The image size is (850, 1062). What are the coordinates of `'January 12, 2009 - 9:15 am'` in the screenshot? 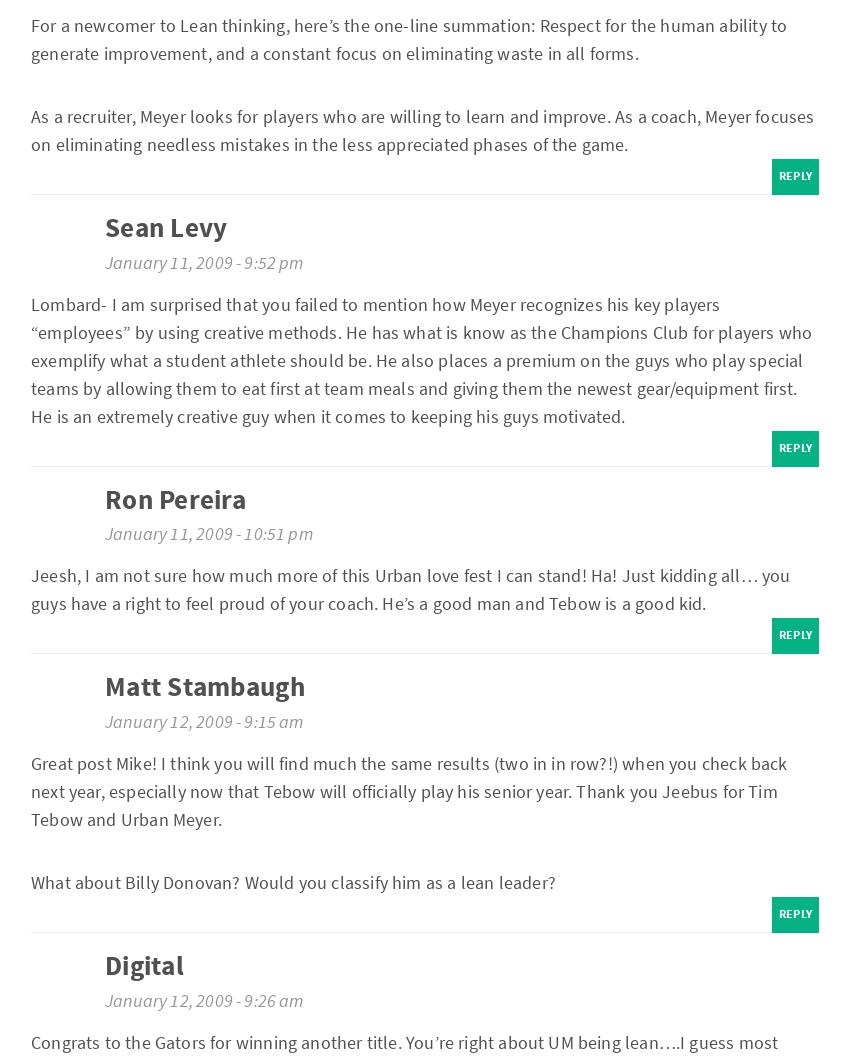 It's located at (203, 721).